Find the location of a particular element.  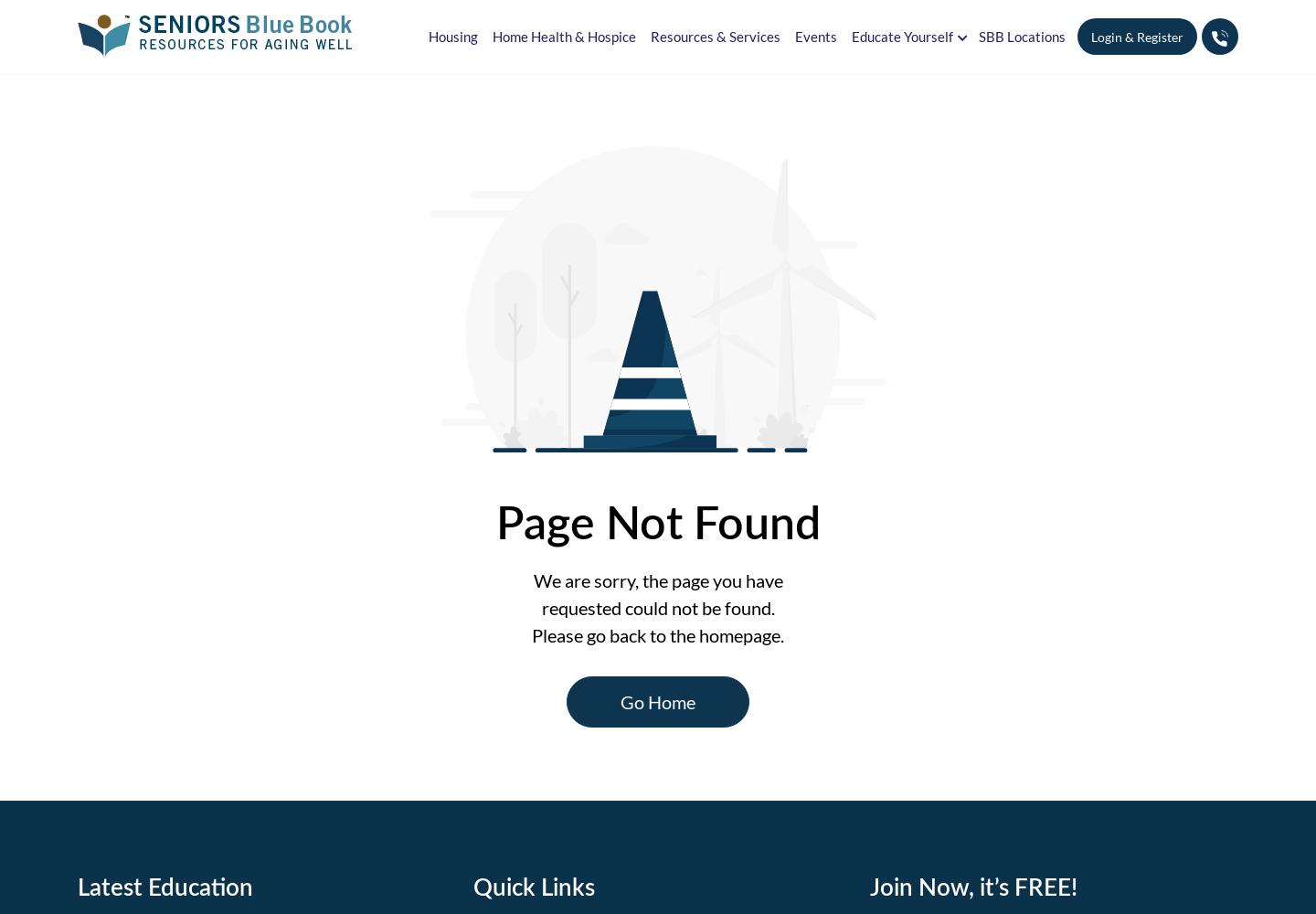

'Join Now, it’s FREE!' is located at coordinates (868, 884).